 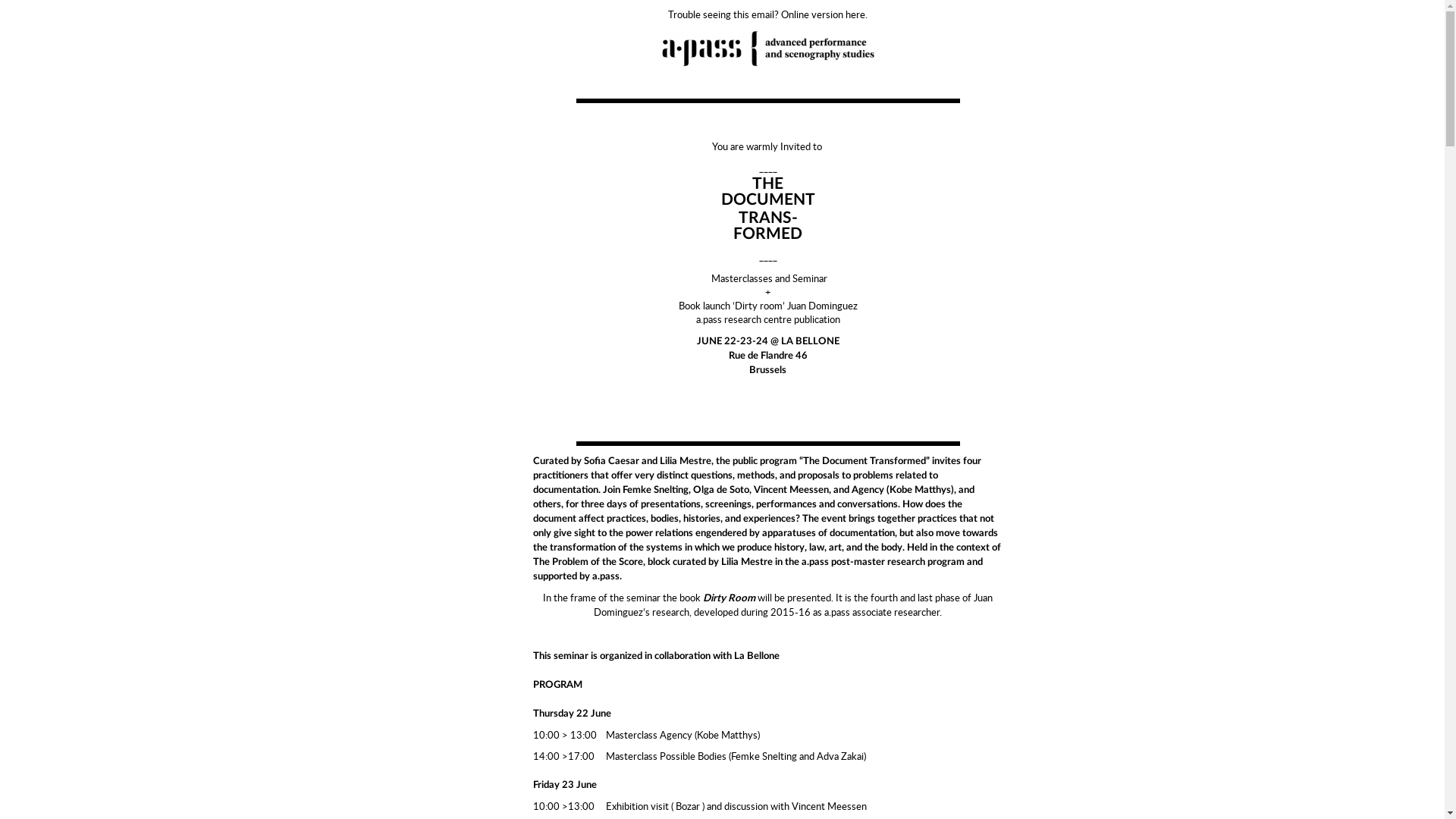 What do you see at coordinates (855, 14) in the screenshot?
I see `'here'` at bounding box center [855, 14].